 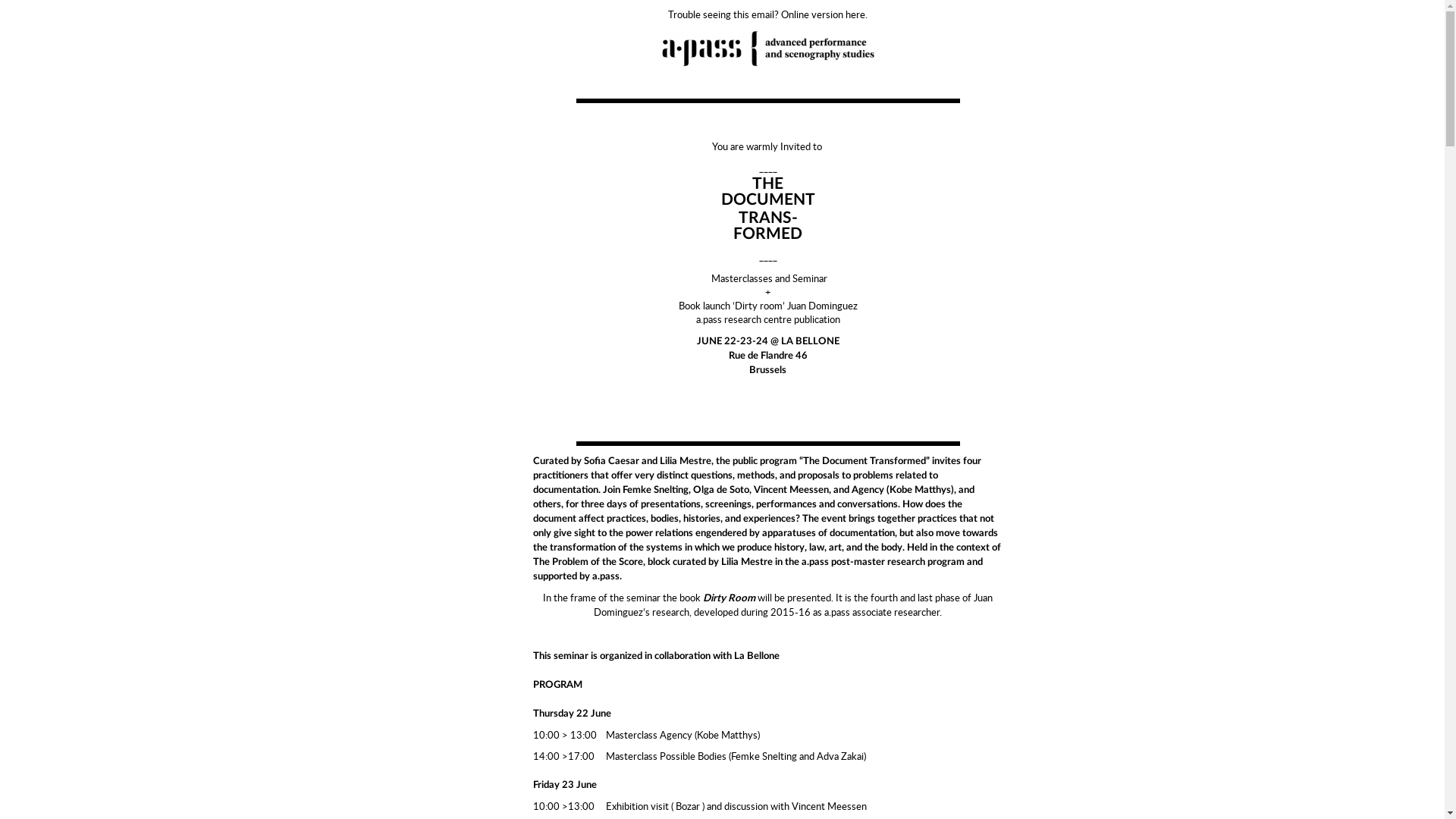 What do you see at coordinates (855, 14) in the screenshot?
I see `'here'` at bounding box center [855, 14].